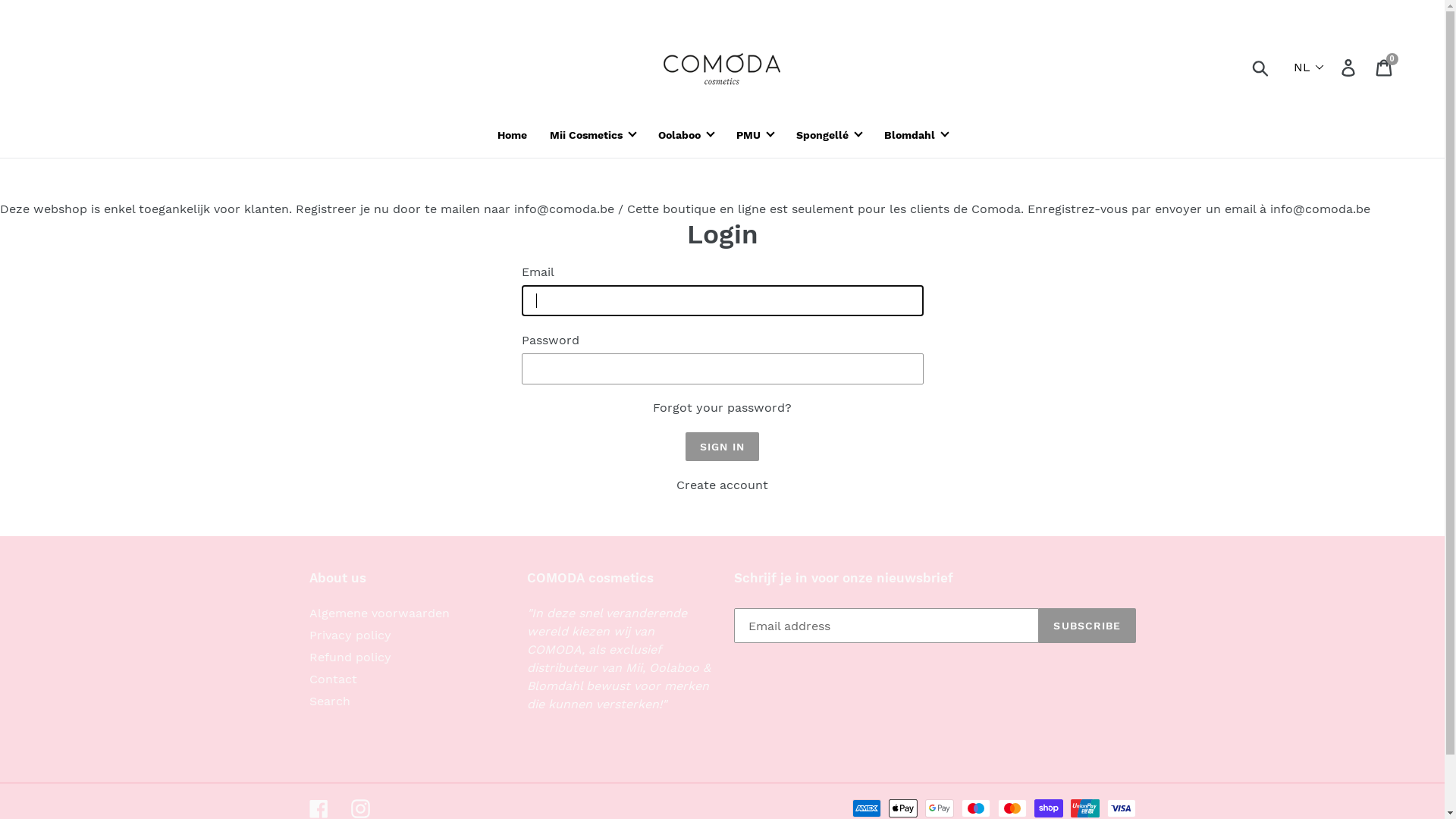 This screenshot has width=1456, height=819. Describe the element at coordinates (309, 678) in the screenshot. I see `'Contact'` at that location.